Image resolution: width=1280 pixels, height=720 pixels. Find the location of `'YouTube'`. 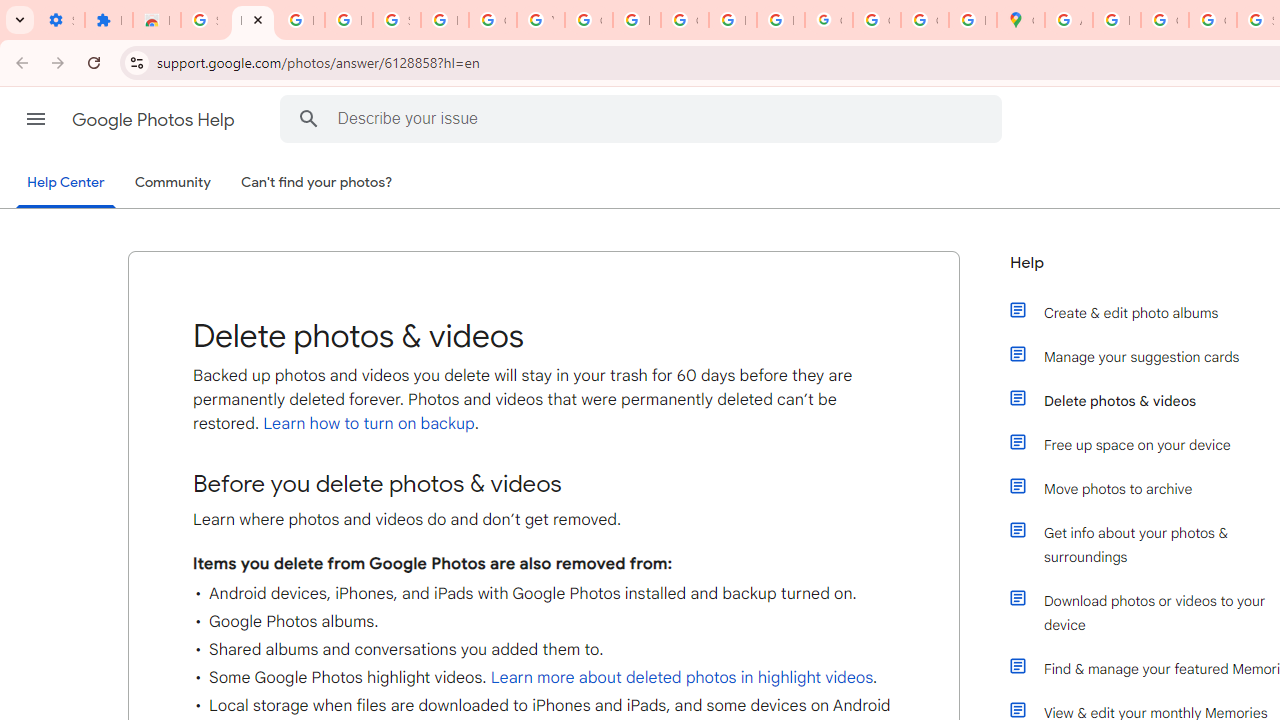

'YouTube' is located at coordinates (540, 20).